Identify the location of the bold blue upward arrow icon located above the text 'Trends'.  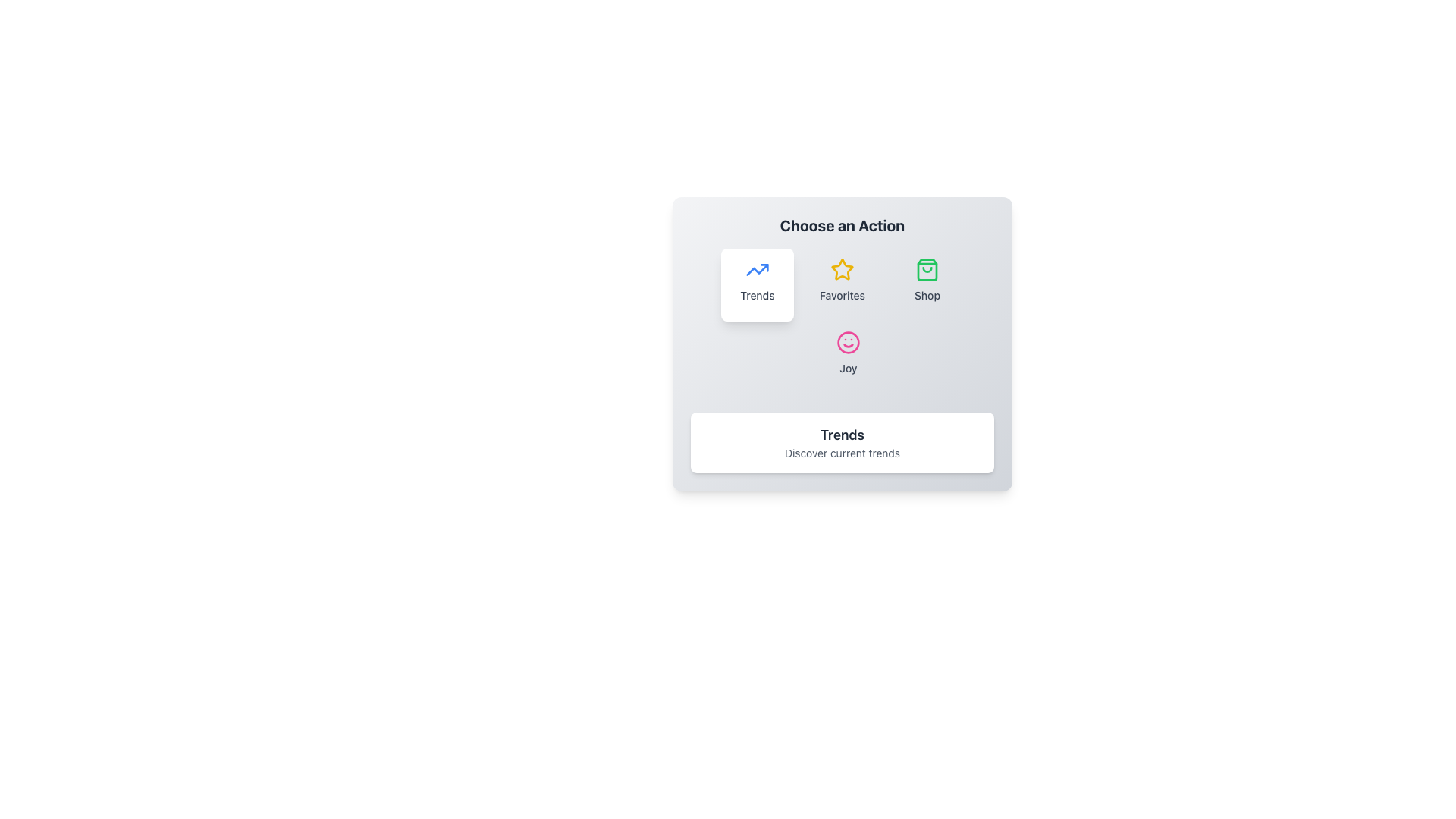
(757, 268).